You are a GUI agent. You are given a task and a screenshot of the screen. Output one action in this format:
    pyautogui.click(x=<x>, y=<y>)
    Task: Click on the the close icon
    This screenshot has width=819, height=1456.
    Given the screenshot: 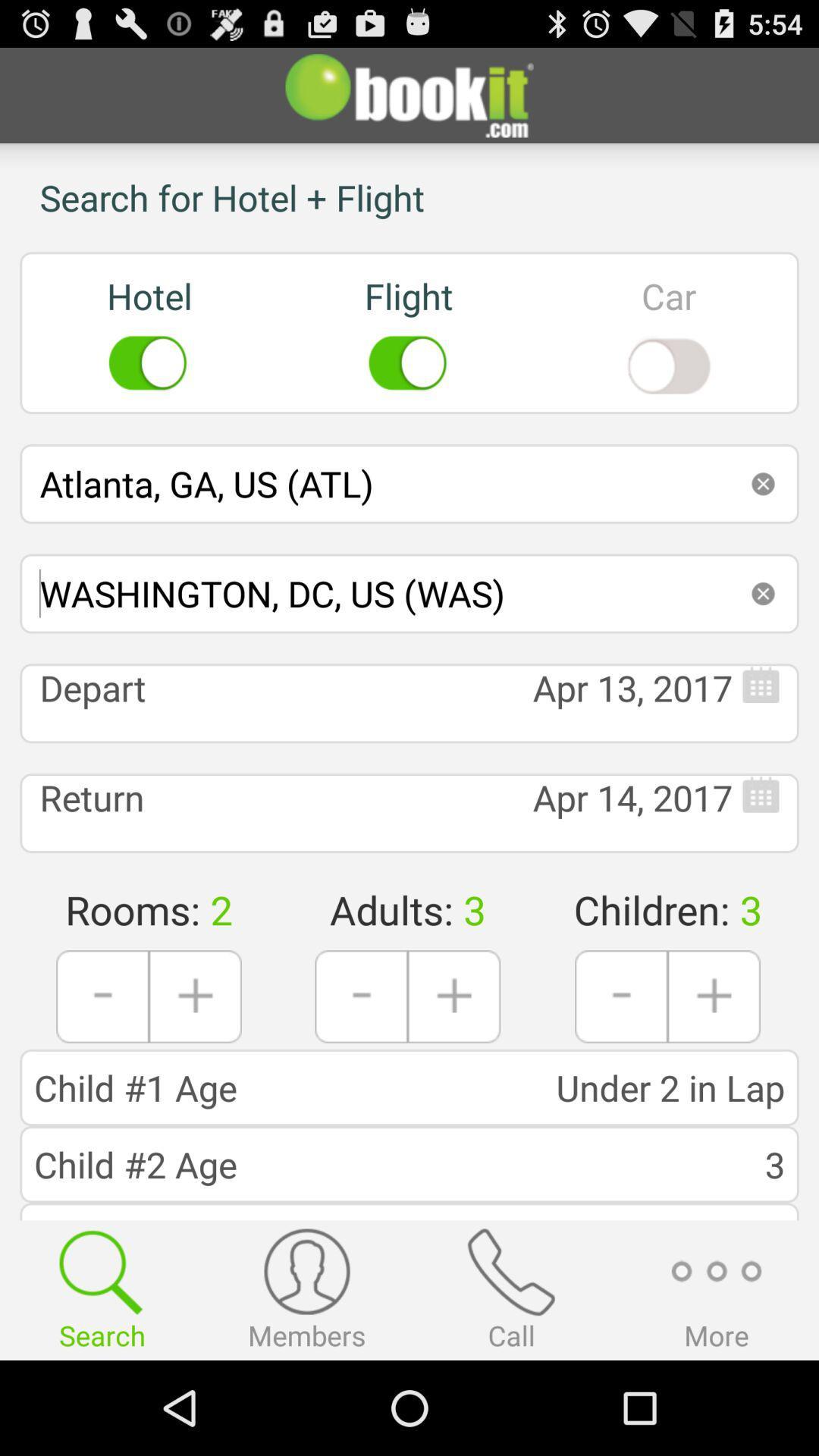 What is the action you would take?
    pyautogui.click(x=763, y=518)
    